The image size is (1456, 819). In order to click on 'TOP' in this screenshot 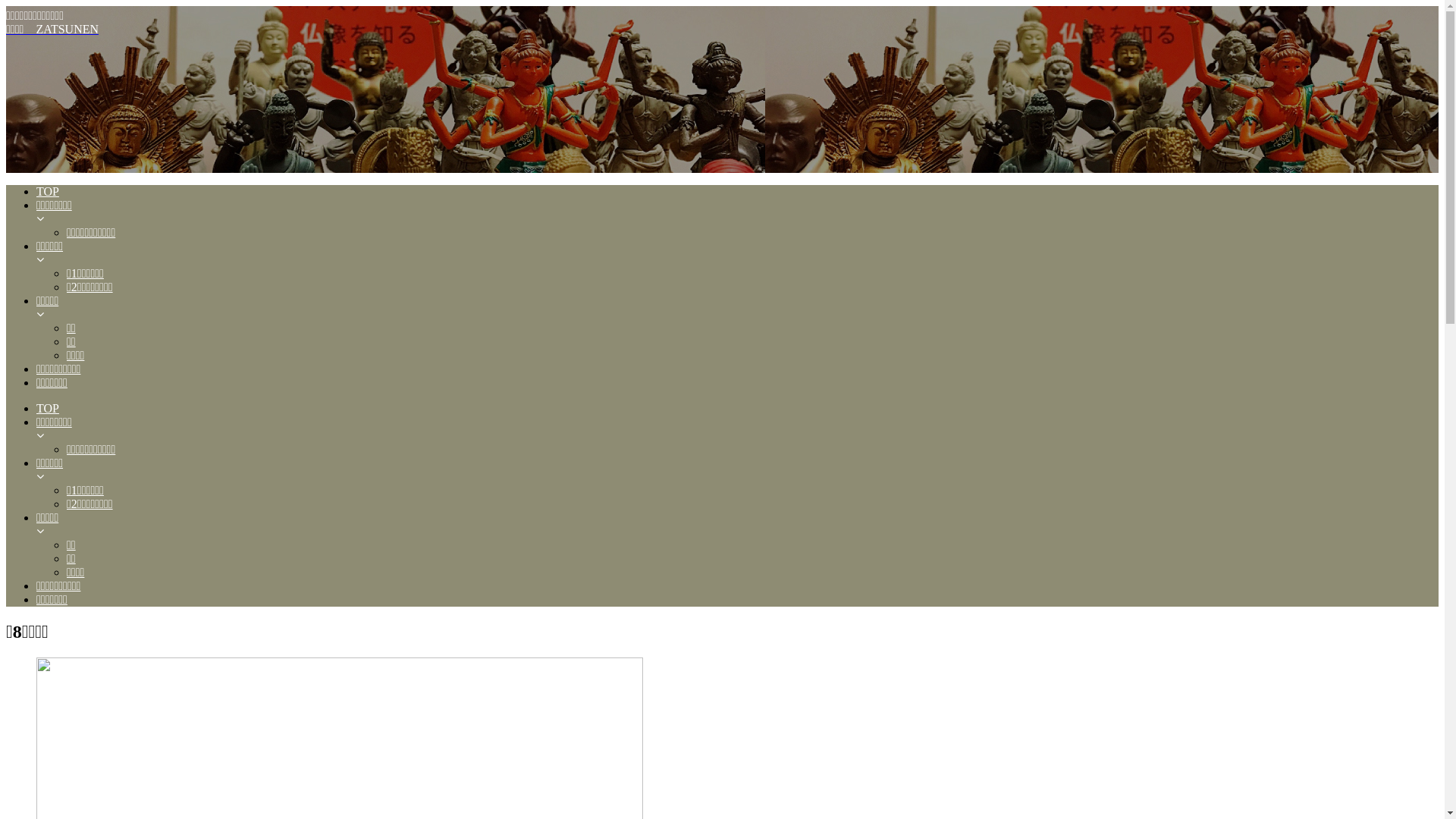, I will do `click(36, 191)`.